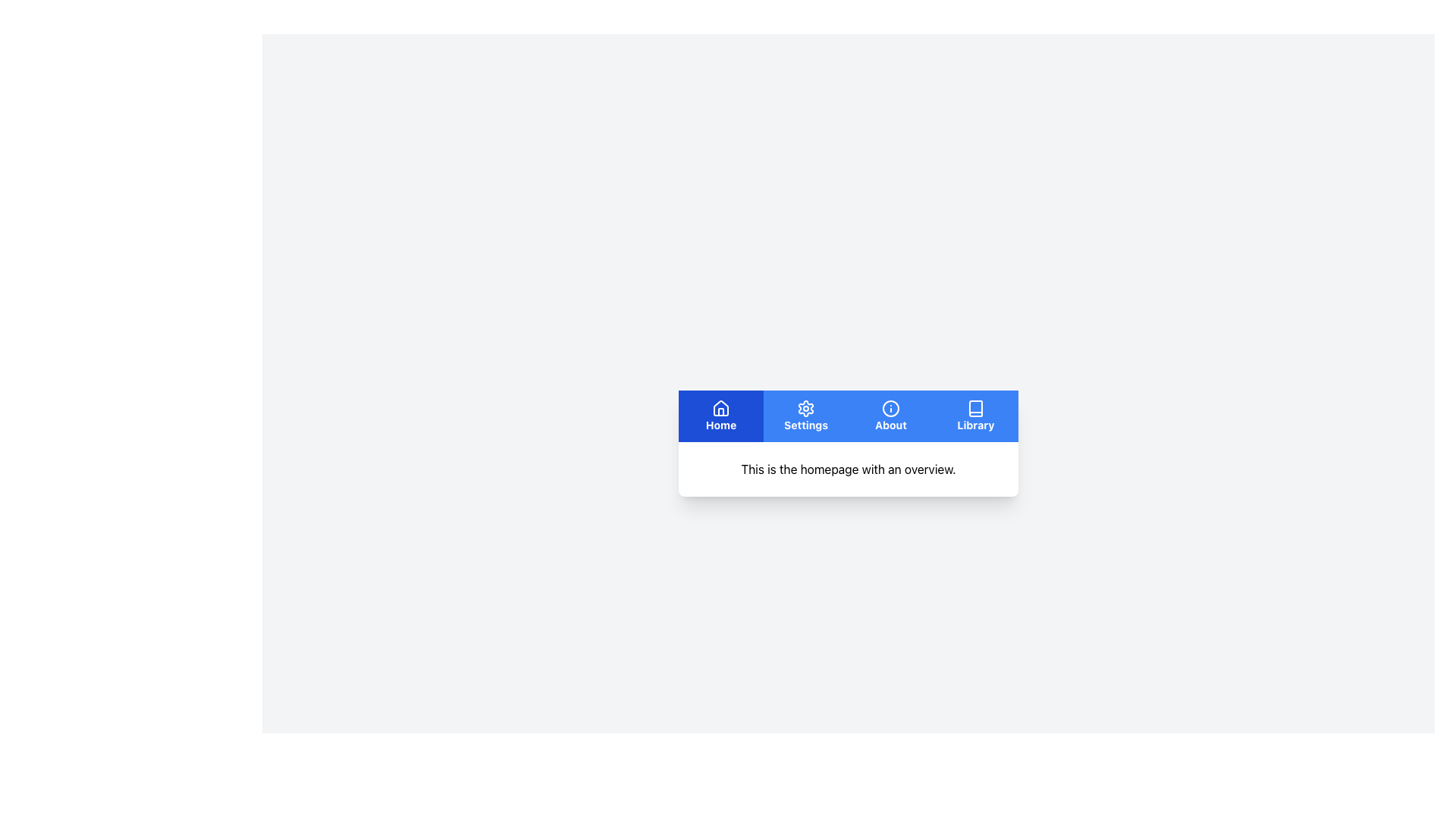 Image resolution: width=1456 pixels, height=819 pixels. What do you see at coordinates (847, 468) in the screenshot?
I see `introductory description located in the static text block directly beneath the navigation bar on the homepage` at bounding box center [847, 468].